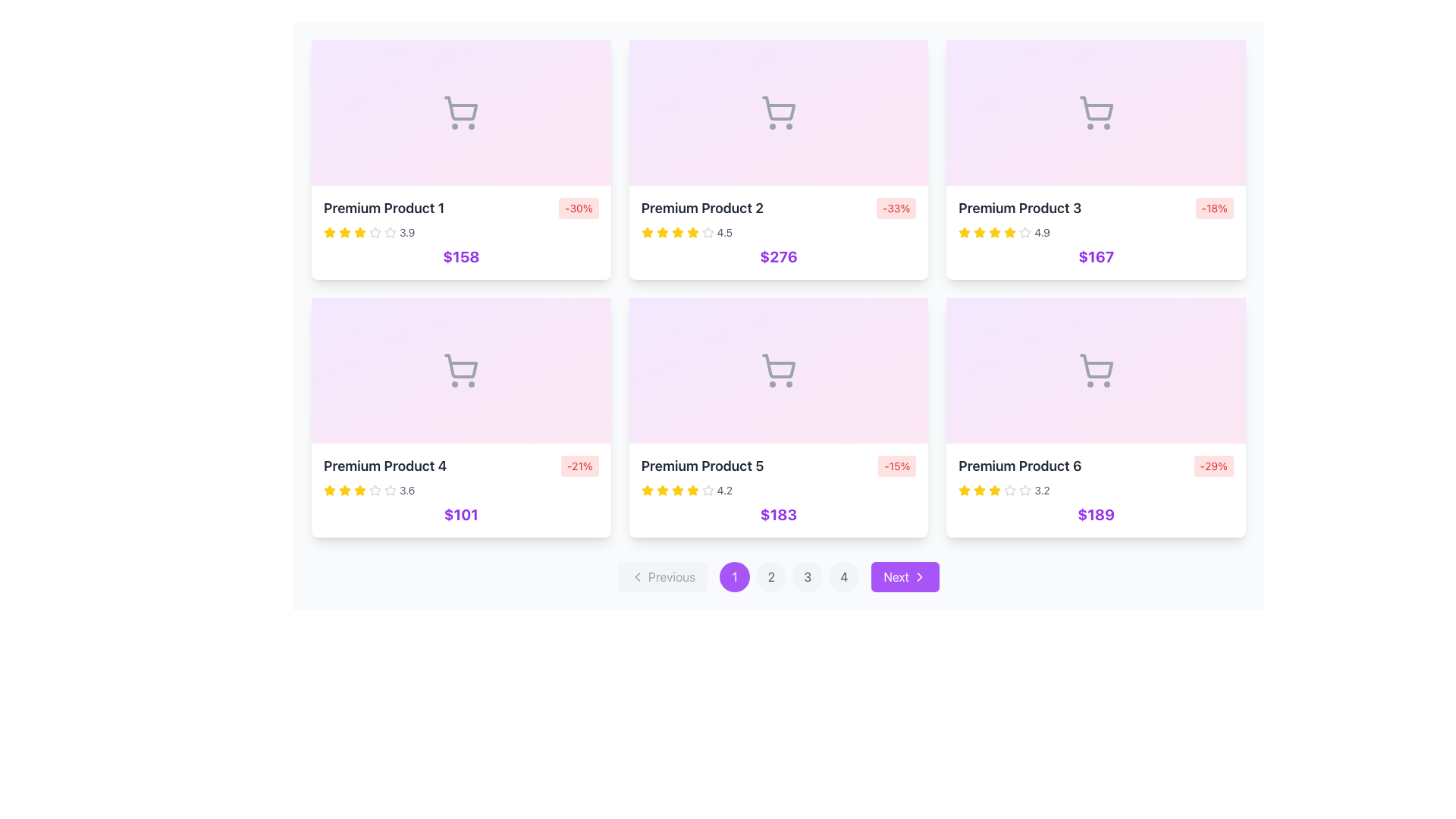 This screenshot has width=1456, height=819. What do you see at coordinates (980, 233) in the screenshot?
I see `the third star icon in the rating row for the 'Premium Product 3'` at bounding box center [980, 233].